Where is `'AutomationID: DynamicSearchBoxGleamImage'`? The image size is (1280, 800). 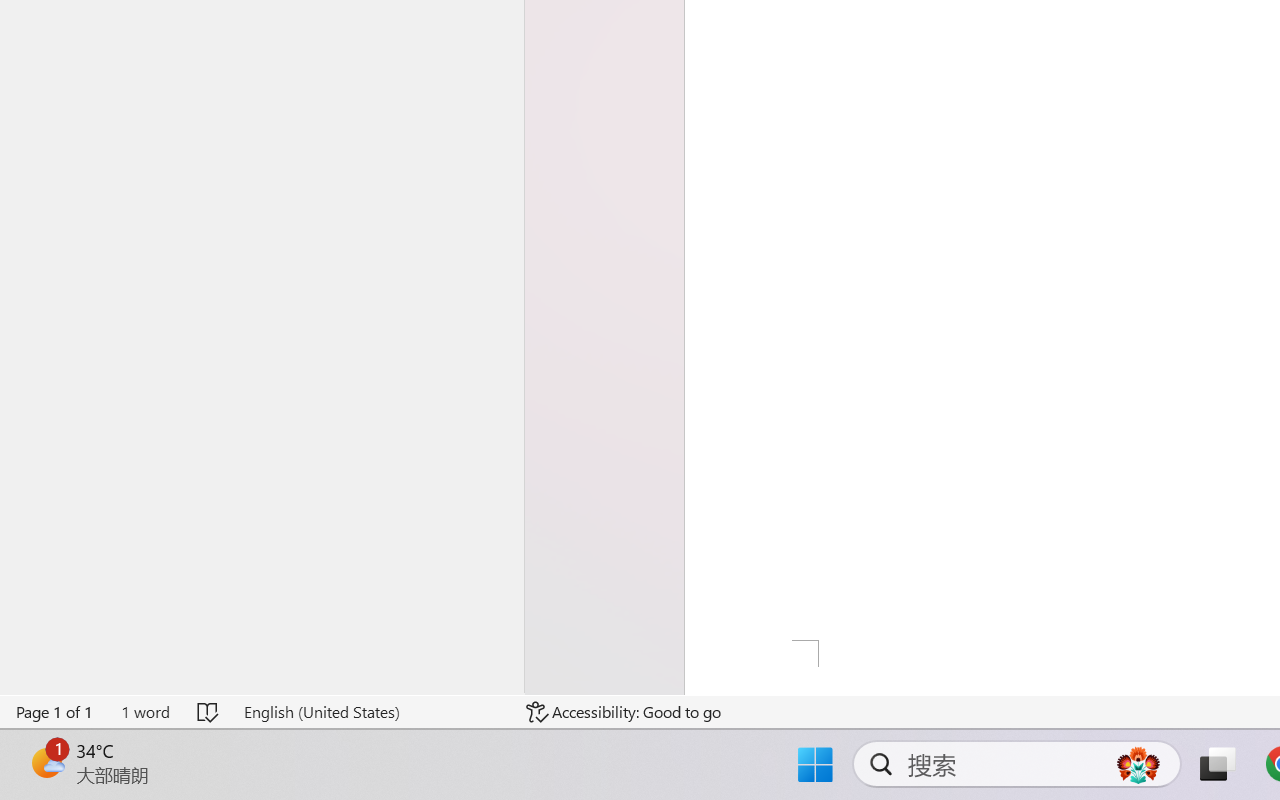
'AutomationID: DynamicSearchBoxGleamImage' is located at coordinates (1138, 764).